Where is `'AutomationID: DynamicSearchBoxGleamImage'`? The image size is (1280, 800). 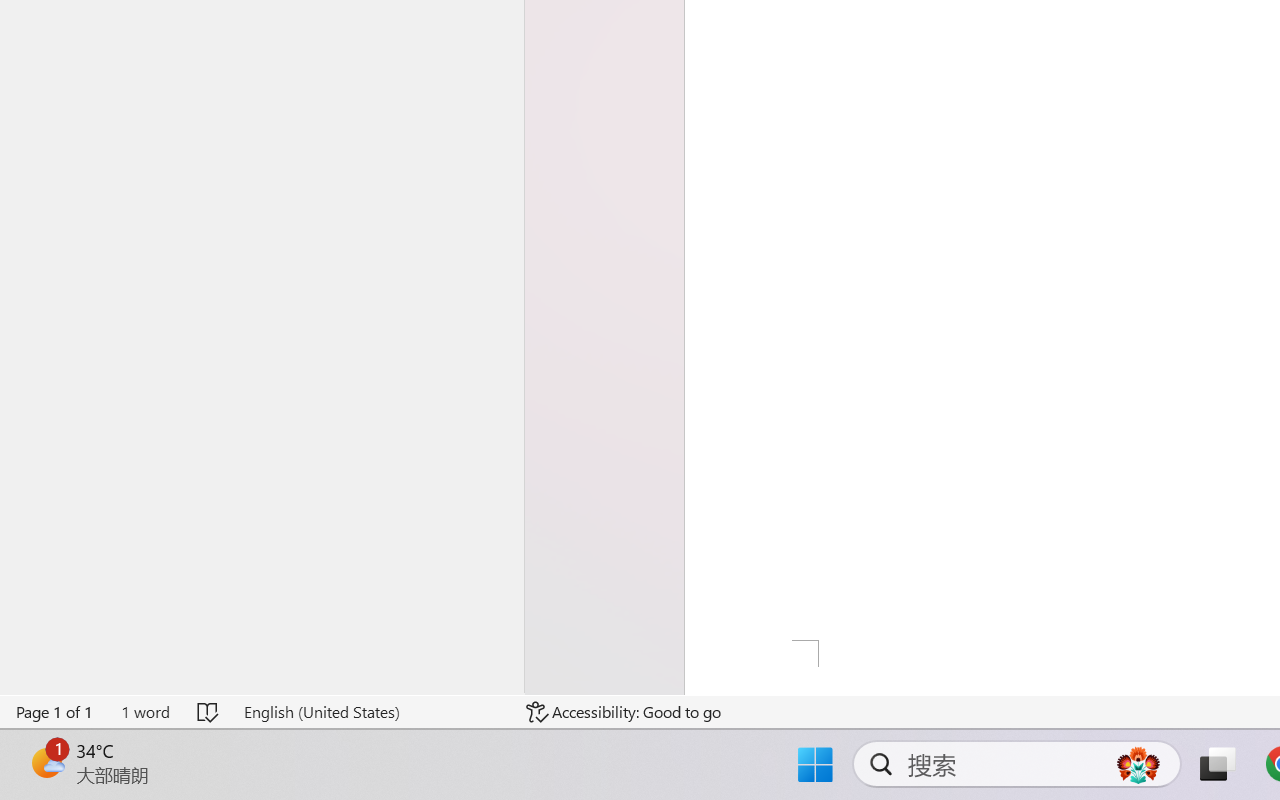
'AutomationID: DynamicSearchBoxGleamImage' is located at coordinates (1138, 764).